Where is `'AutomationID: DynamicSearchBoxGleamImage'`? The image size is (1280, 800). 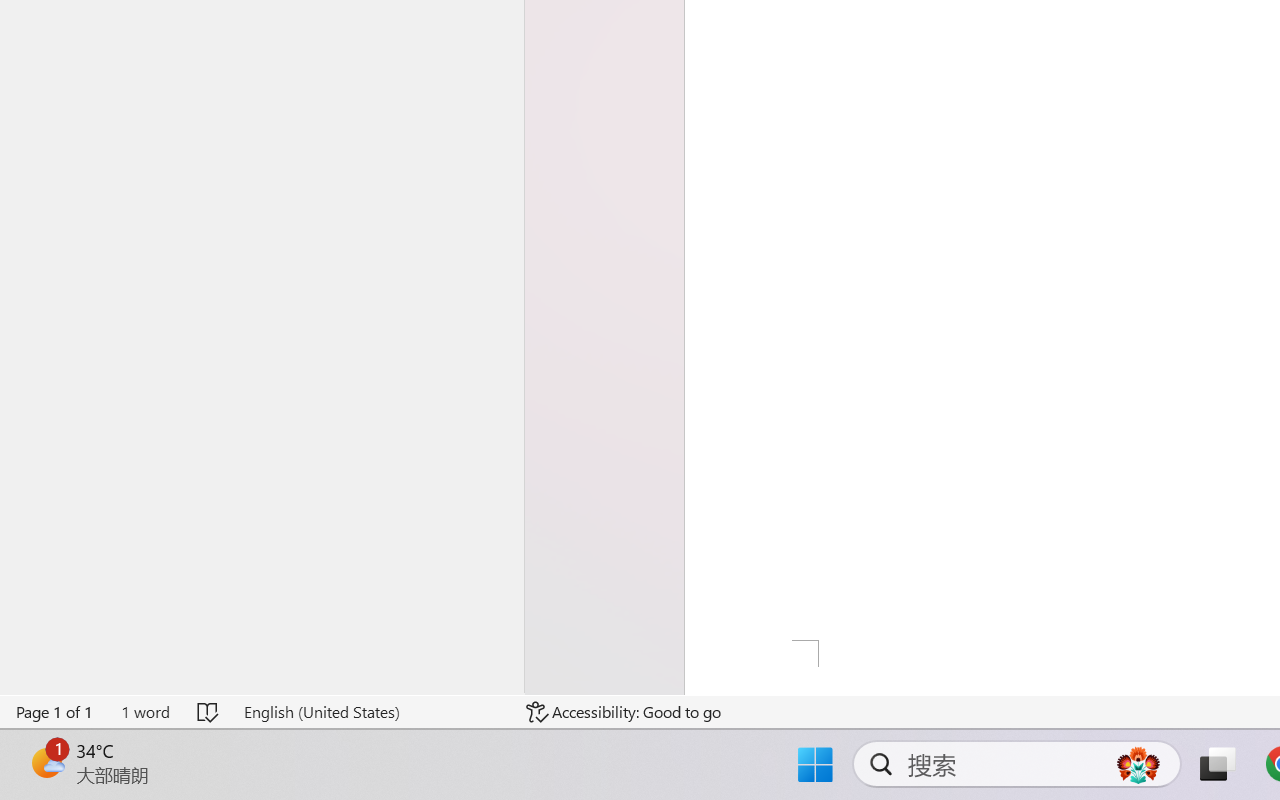
'AutomationID: DynamicSearchBoxGleamImage' is located at coordinates (1138, 764).